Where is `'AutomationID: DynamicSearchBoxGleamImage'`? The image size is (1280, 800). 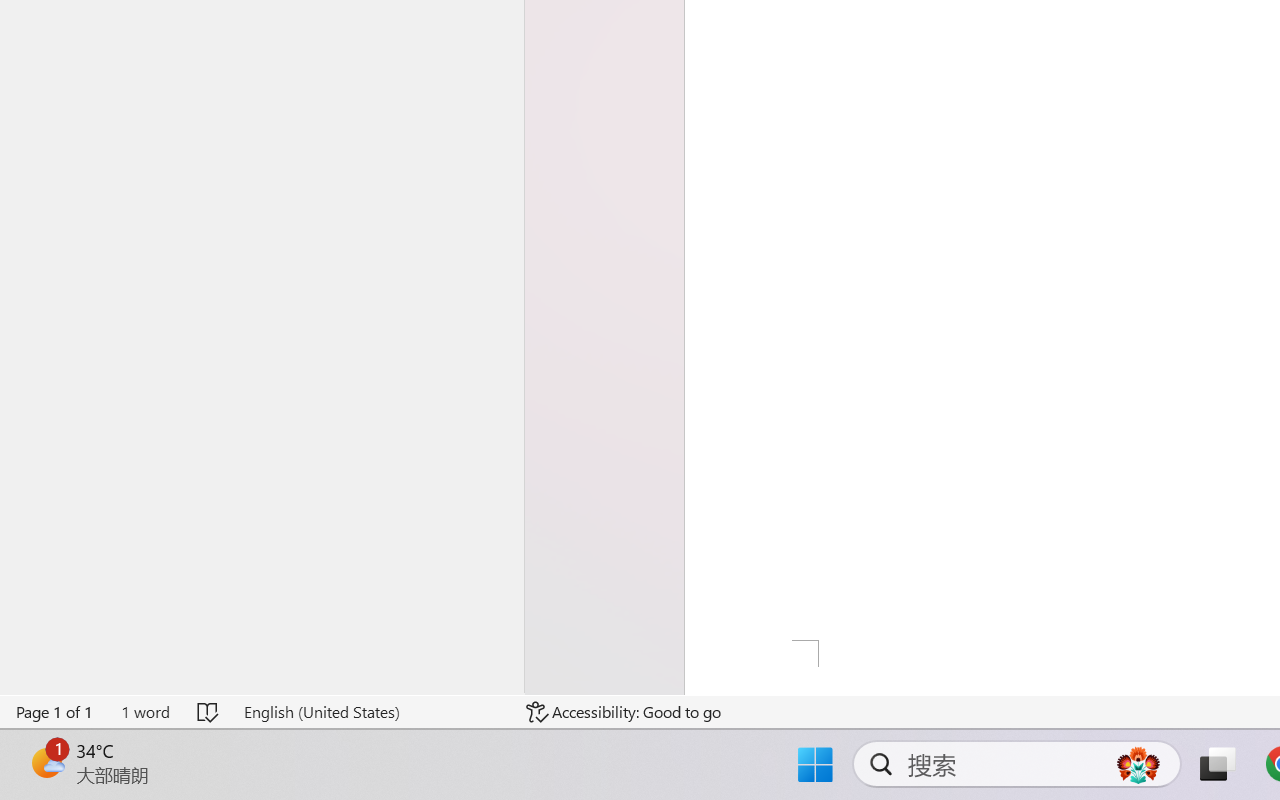
'AutomationID: DynamicSearchBoxGleamImage' is located at coordinates (1138, 764).